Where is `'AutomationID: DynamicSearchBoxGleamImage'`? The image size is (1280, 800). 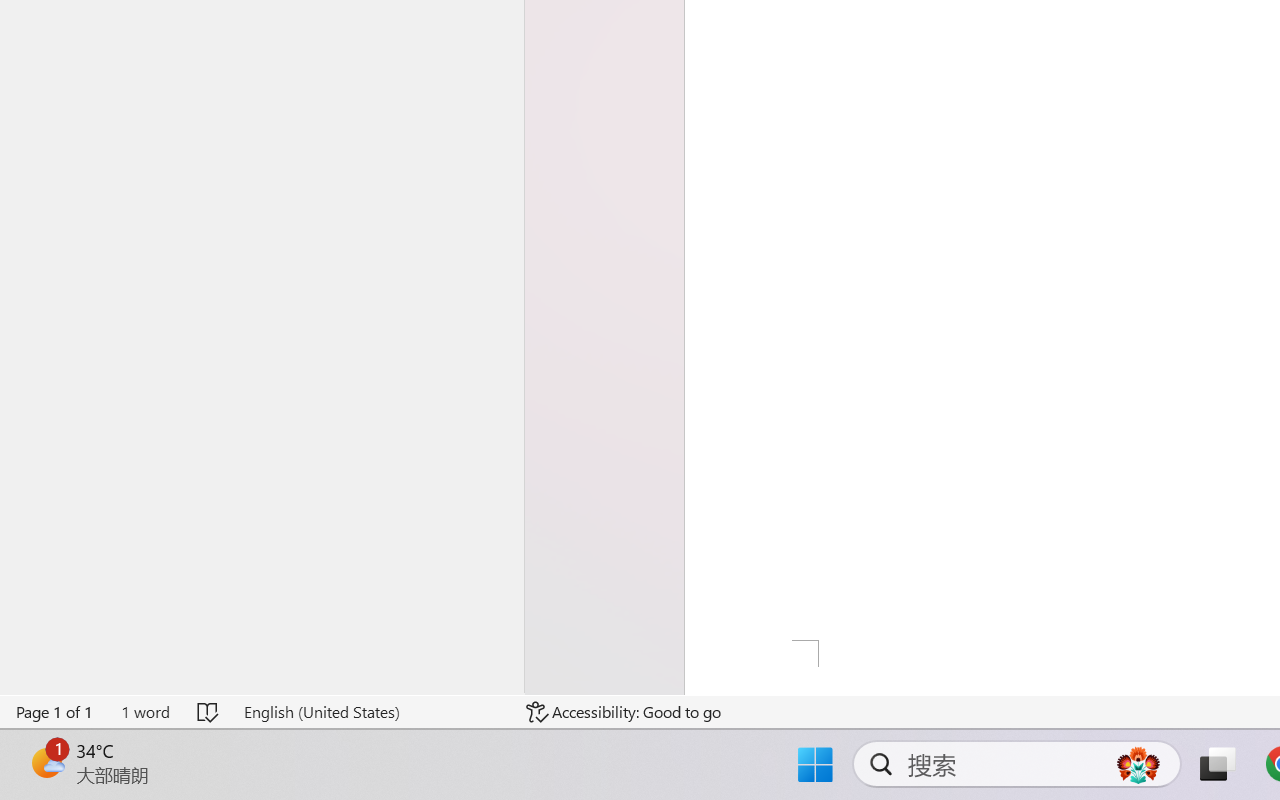
'AutomationID: DynamicSearchBoxGleamImage' is located at coordinates (1138, 764).